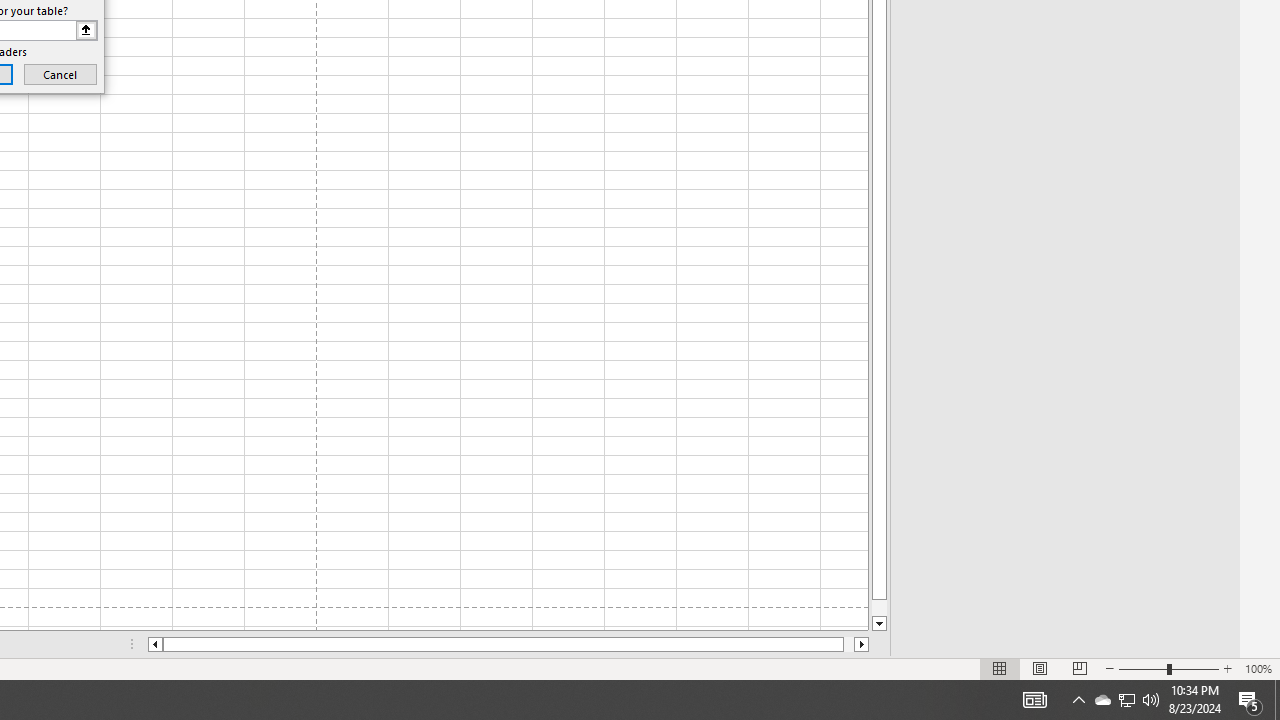 The width and height of the screenshot is (1280, 720). What do you see at coordinates (848, 644) in the screenshot?
I see `'Page right'` at bounding box center [848, 644].